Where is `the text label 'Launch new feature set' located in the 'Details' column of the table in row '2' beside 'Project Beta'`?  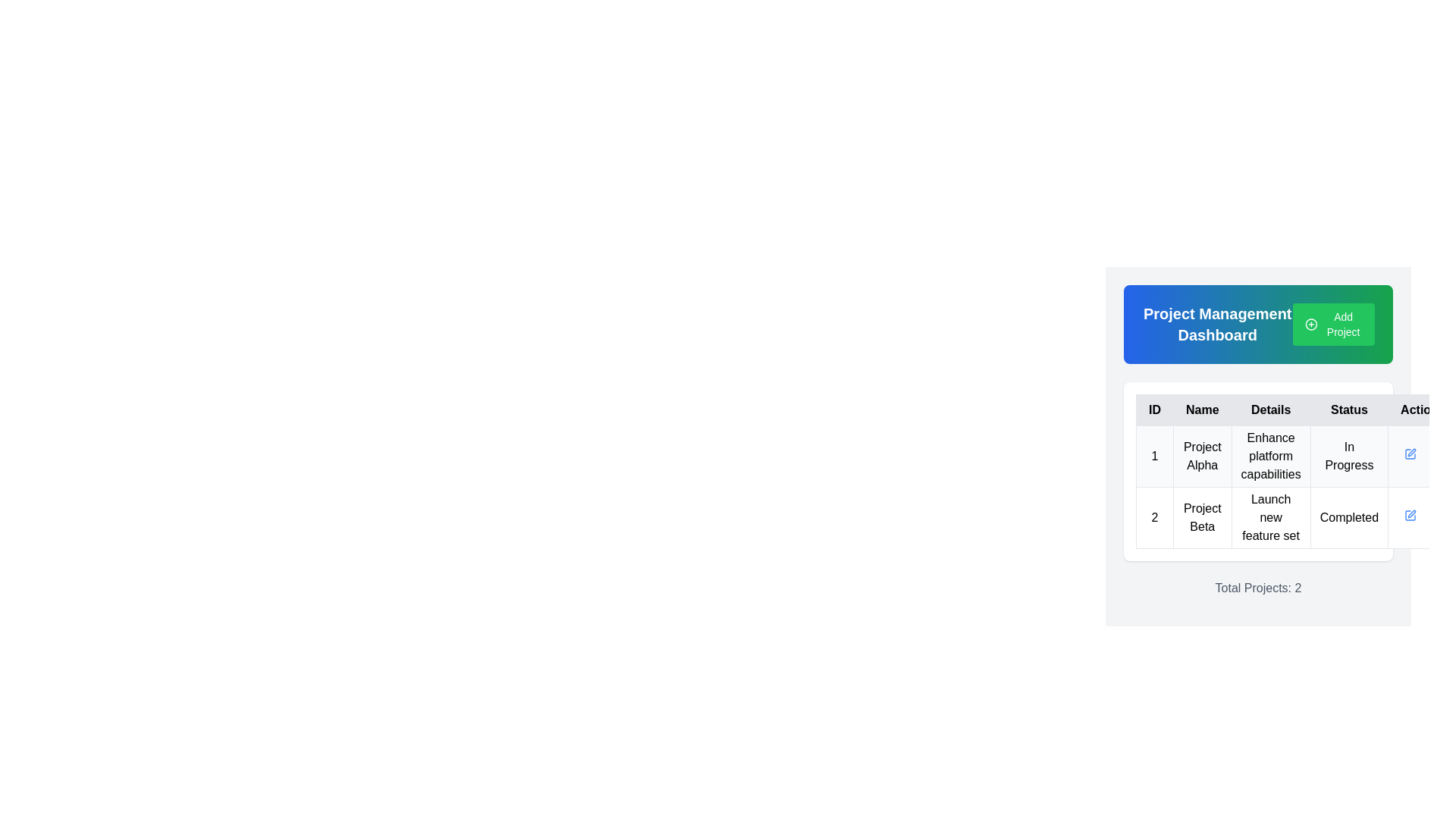
the text label 'Launch new feature set' located in the 'Details' column of the table in row '2' beside 'Project Beta' is located at coordinates (1271, 516).